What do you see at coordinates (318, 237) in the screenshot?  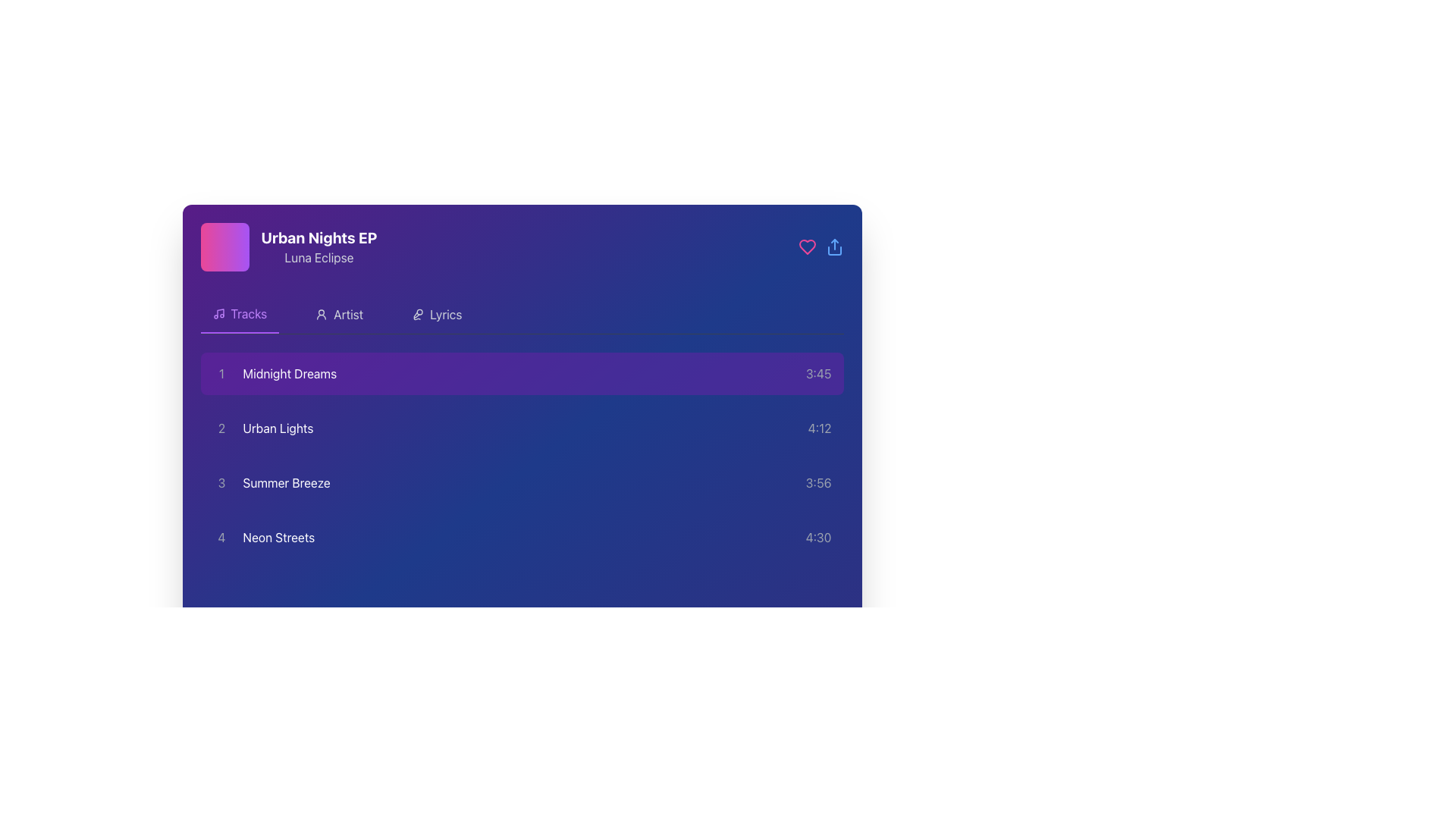 I see `the bold text label 'Urban Nights EP' which is prominently styled and positioned at the top-left corner of the interface` at bounding box center [318, 237].